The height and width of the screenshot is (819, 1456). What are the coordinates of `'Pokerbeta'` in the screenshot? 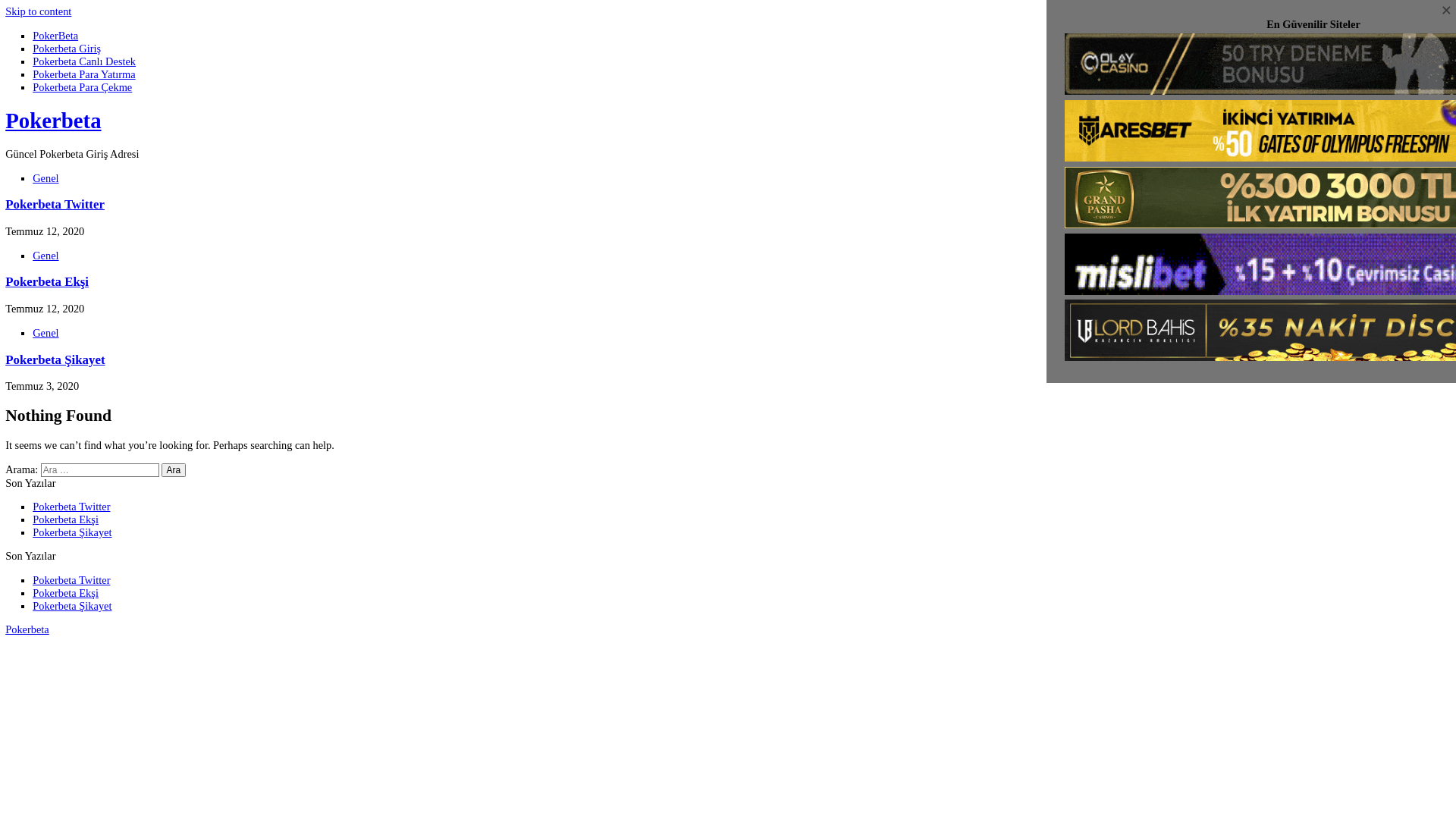 It's located at (6, 698).